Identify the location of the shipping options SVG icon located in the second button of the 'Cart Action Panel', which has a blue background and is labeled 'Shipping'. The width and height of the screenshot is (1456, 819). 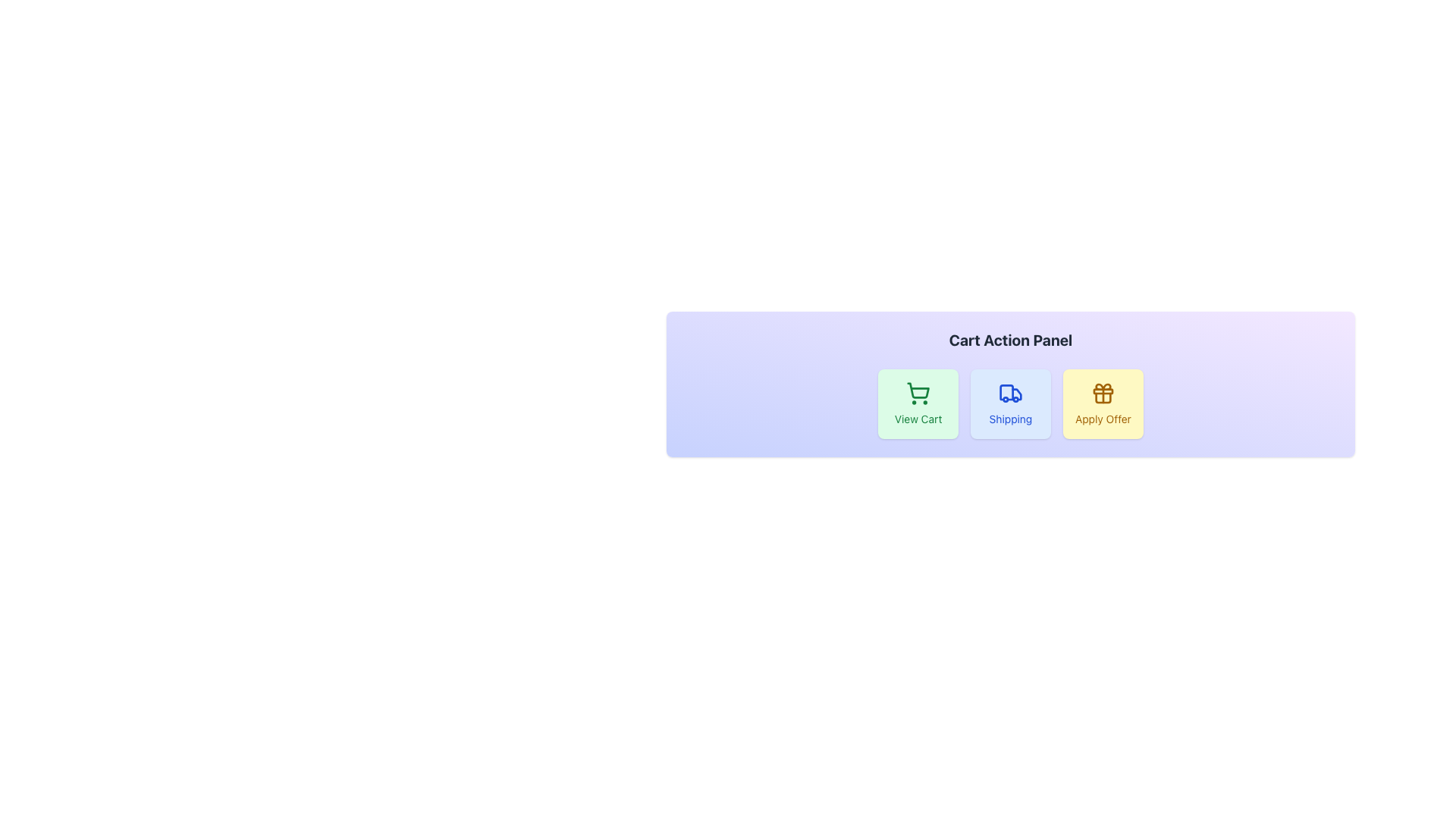
(1011, 393).